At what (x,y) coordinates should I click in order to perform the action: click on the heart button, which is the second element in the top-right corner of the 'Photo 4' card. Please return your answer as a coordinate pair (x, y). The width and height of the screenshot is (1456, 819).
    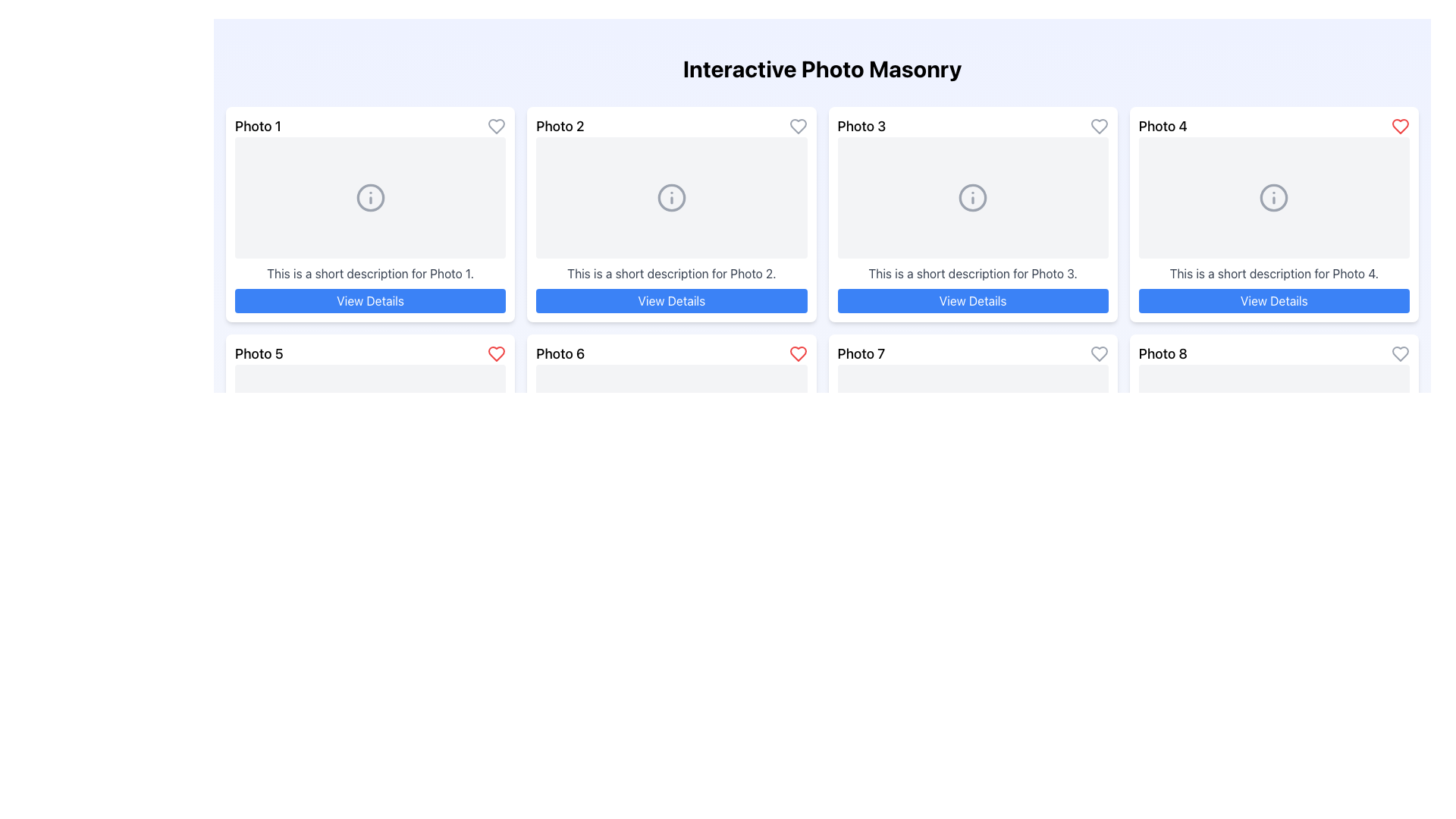
    Looking at the image, I should click on (1400, 125).